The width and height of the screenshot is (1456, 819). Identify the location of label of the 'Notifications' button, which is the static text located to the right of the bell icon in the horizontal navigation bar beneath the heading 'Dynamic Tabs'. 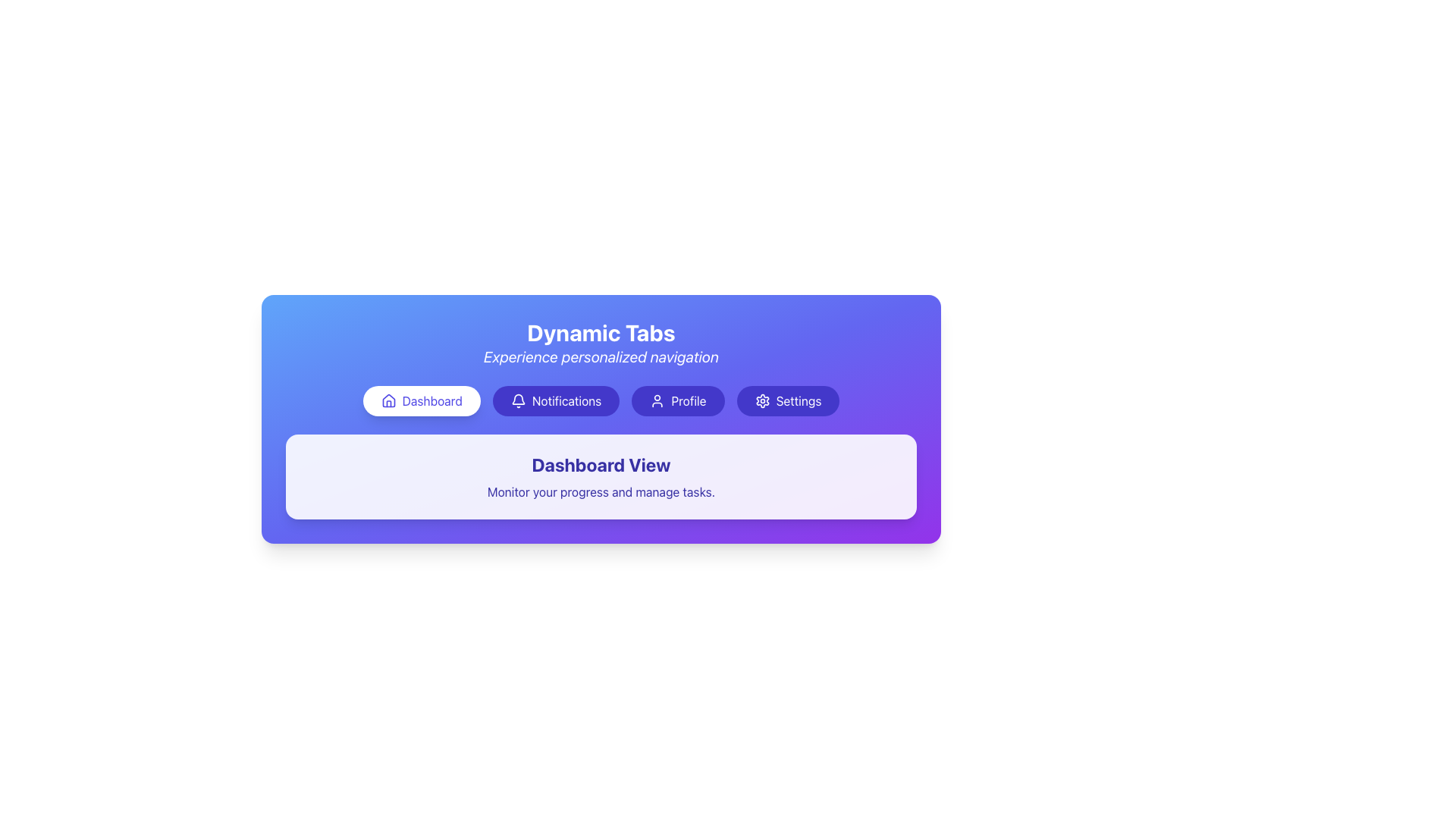
(566, 400).